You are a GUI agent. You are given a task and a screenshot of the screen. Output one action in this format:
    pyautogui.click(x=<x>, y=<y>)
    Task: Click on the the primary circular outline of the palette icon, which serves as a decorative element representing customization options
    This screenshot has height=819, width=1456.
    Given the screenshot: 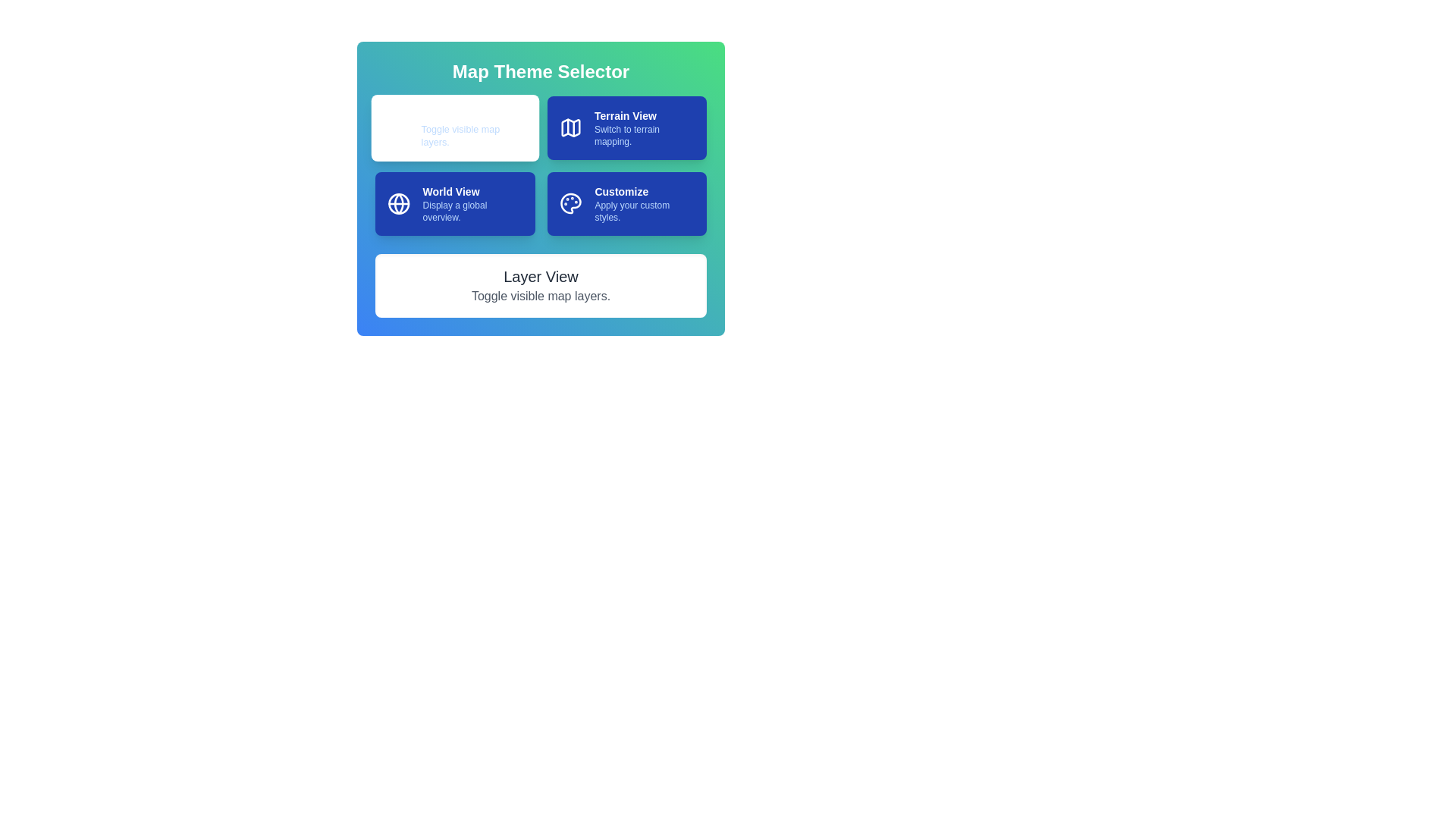 What is the action you would take?
    pyautogui.click(x=570, y=203)
    